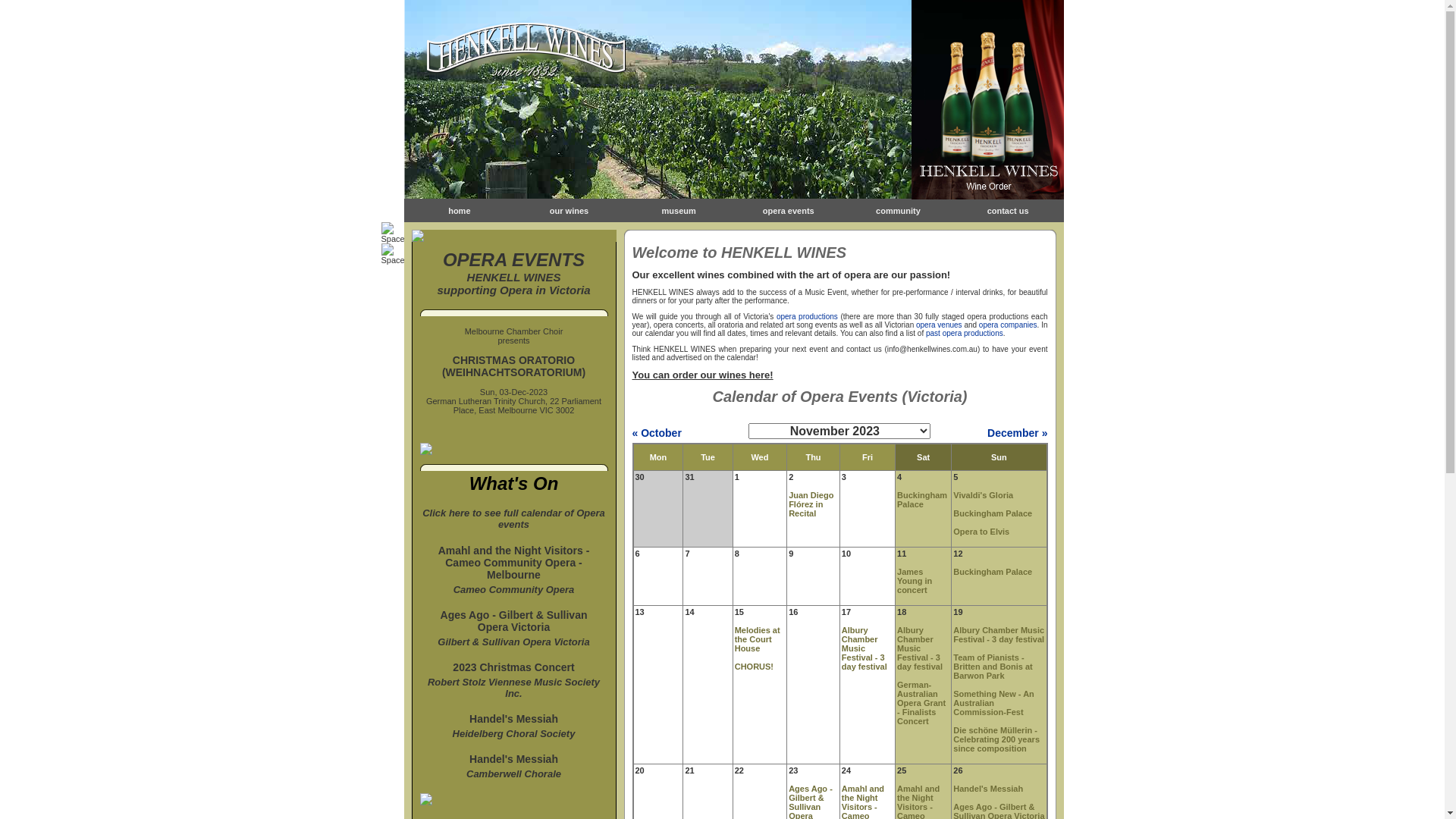 This screenshot has width=1456, height=819. Describe the element at coordinates (757, 639) in the screenshot. I see `'Melodies at the Court House'` at that location.